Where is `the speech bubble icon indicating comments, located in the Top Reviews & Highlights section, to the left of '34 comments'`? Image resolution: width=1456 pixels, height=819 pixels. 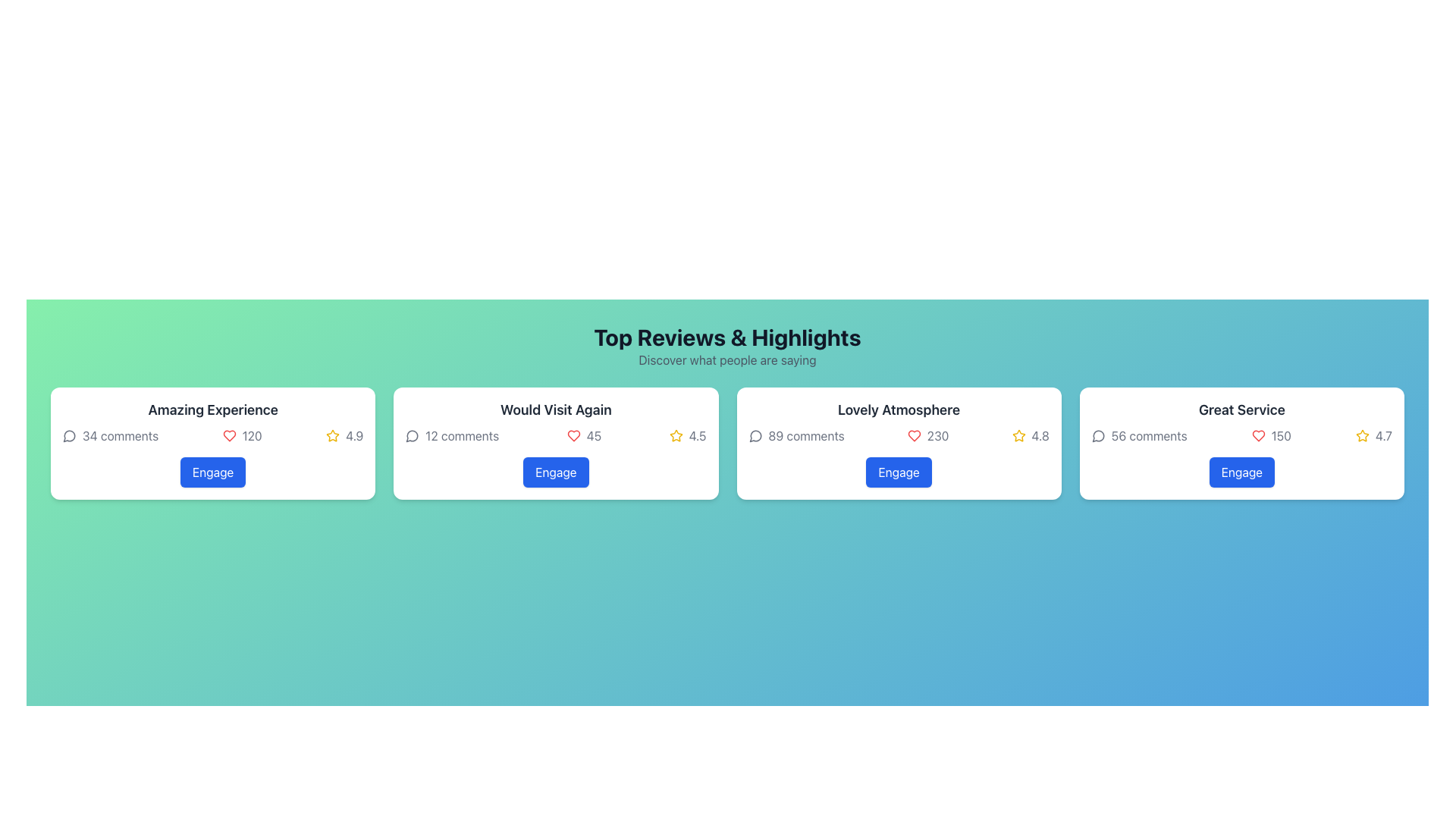
the speech bubble icon indicating comments, located in the Top Reviews & Highlights section, to the left of '34 comments' is located at coordinates (68, 435).